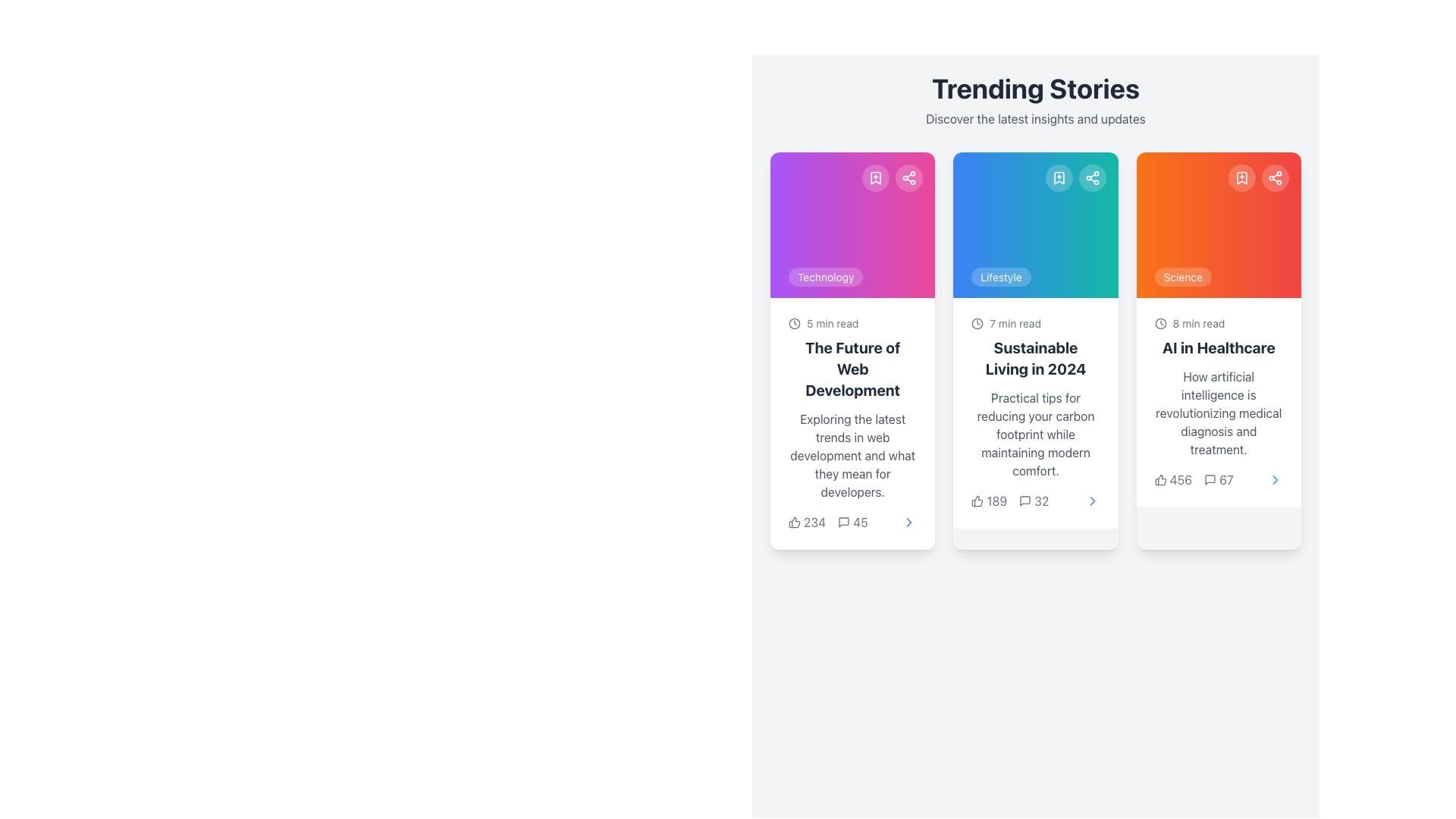  What do you see at coordinates (1035, 350) in the screenshot?
I see `the clickable card that provides details about the article titled 'Sustainable Living in 2024'` at bounding box center [1035, 350].